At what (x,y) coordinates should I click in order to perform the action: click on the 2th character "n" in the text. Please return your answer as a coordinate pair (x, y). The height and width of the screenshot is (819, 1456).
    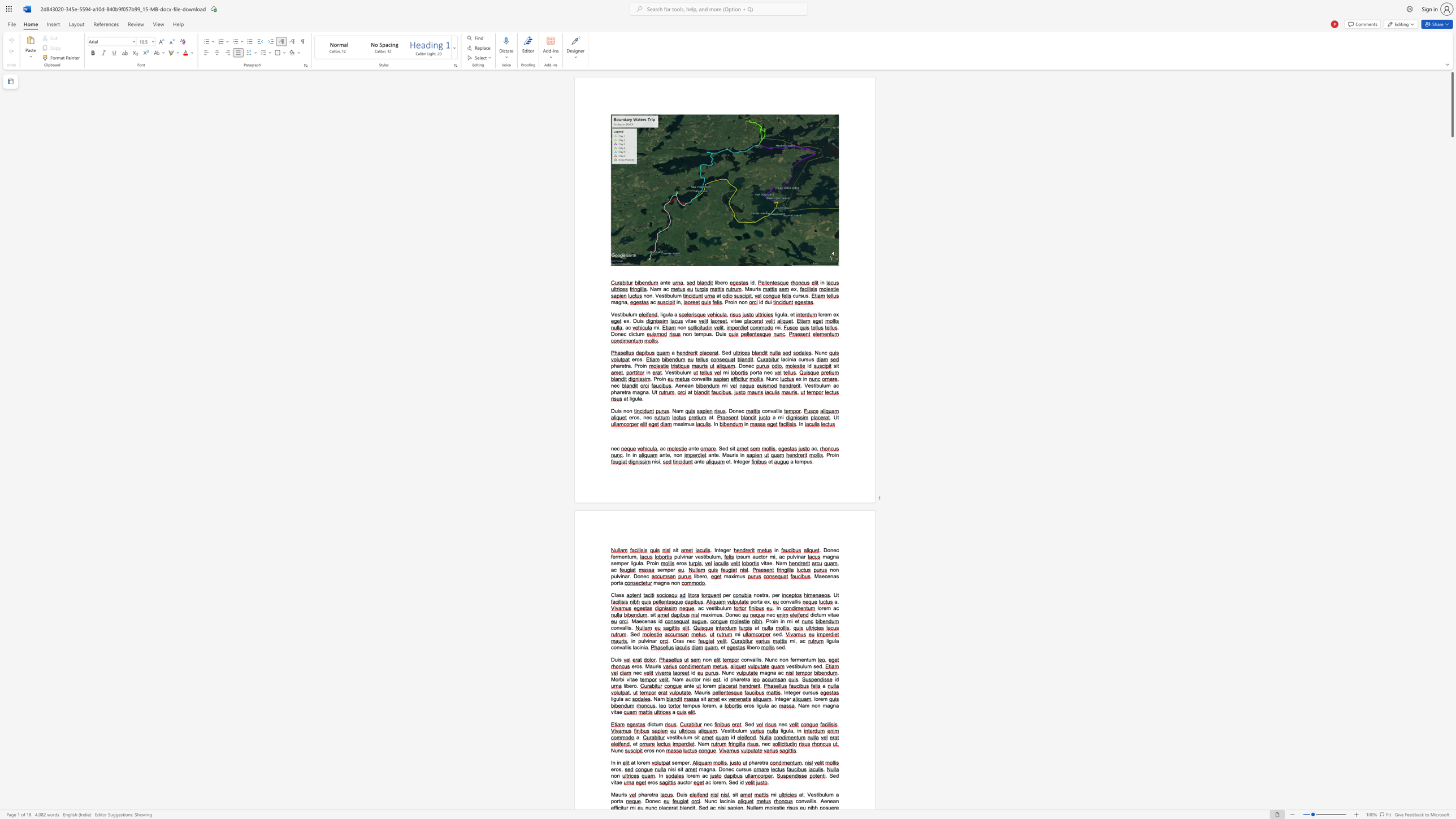
    Looking at the image, I should click on (626, 557).